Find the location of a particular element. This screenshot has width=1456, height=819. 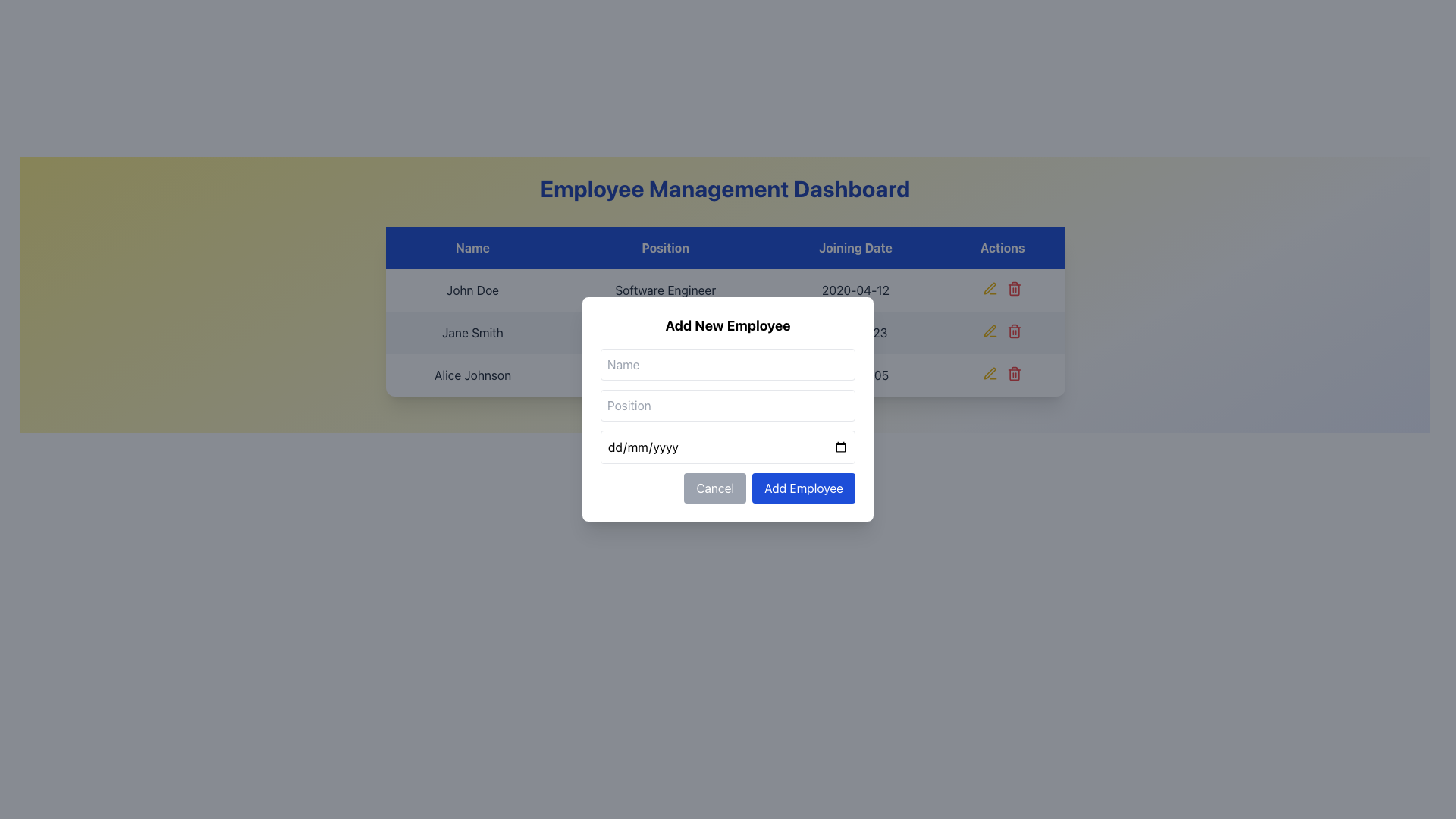

the static text label indicating 'Add New Employee' at the top of the modal dialog box is located at coordinates (728, 325).